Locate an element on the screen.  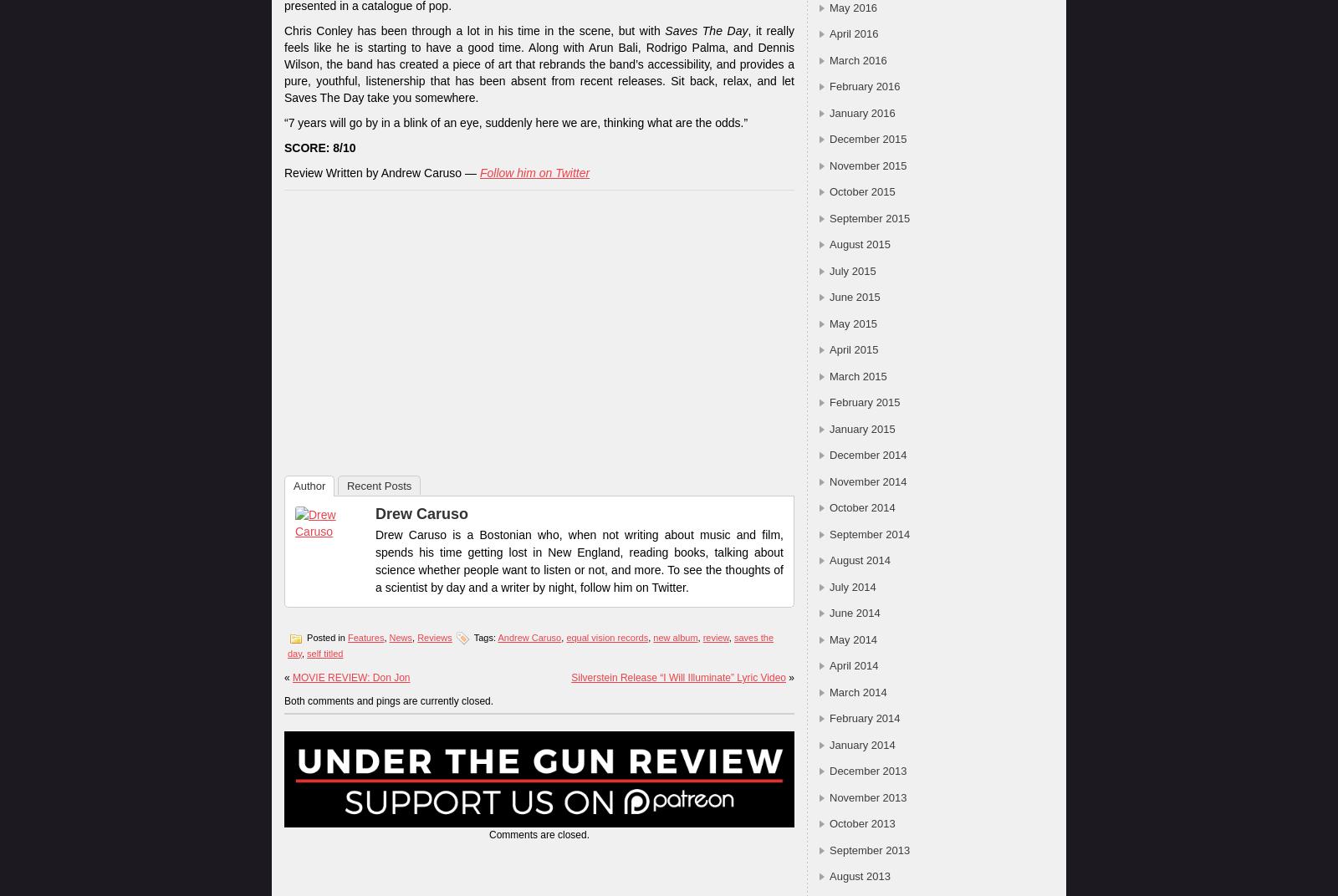
'review' is located at coordinates (702, 636).